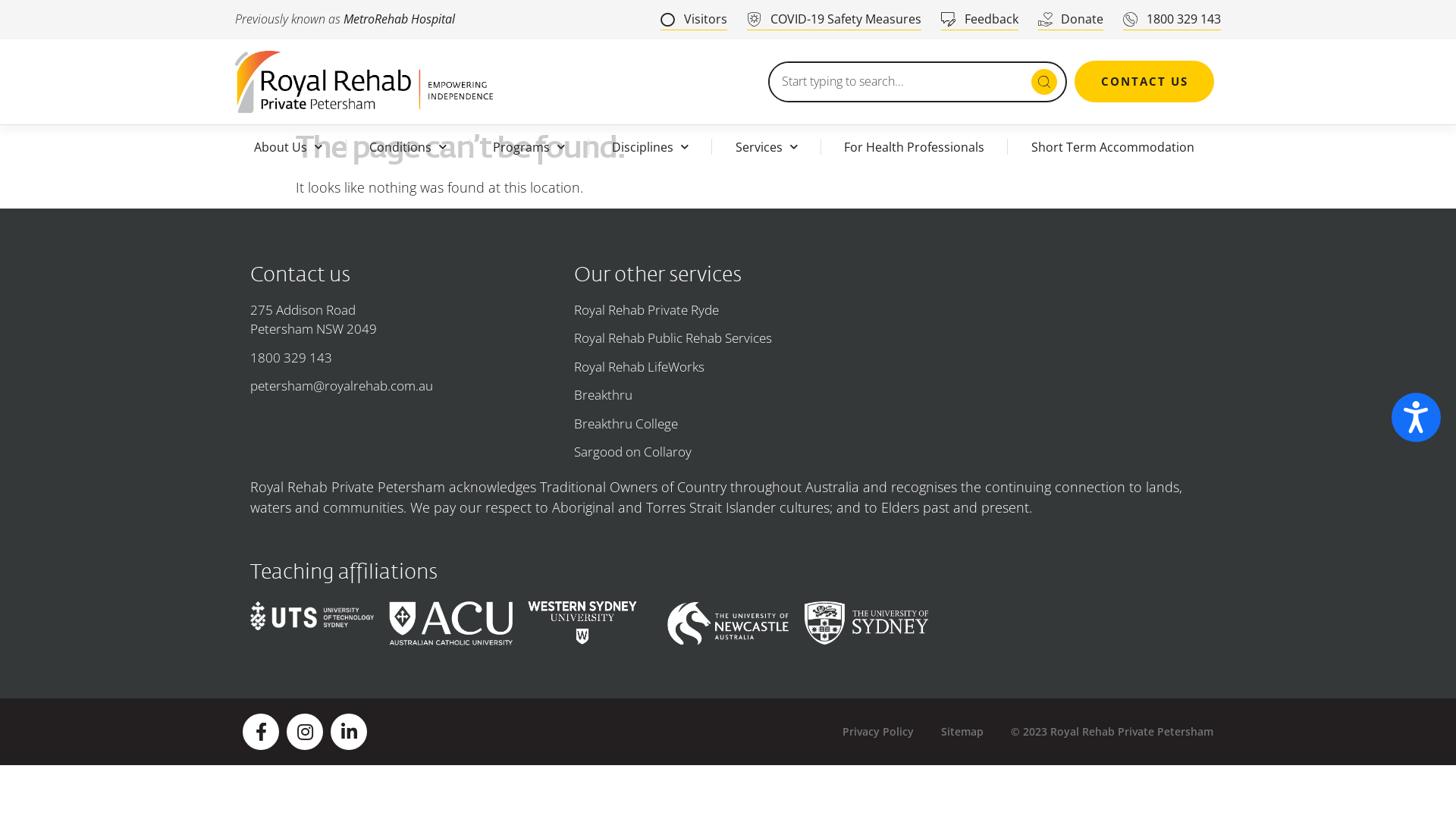  What do you see at coordinates (913, 146) in the screenshot?
I see `'For Health Professionals'` at bounding box center [913, 146].